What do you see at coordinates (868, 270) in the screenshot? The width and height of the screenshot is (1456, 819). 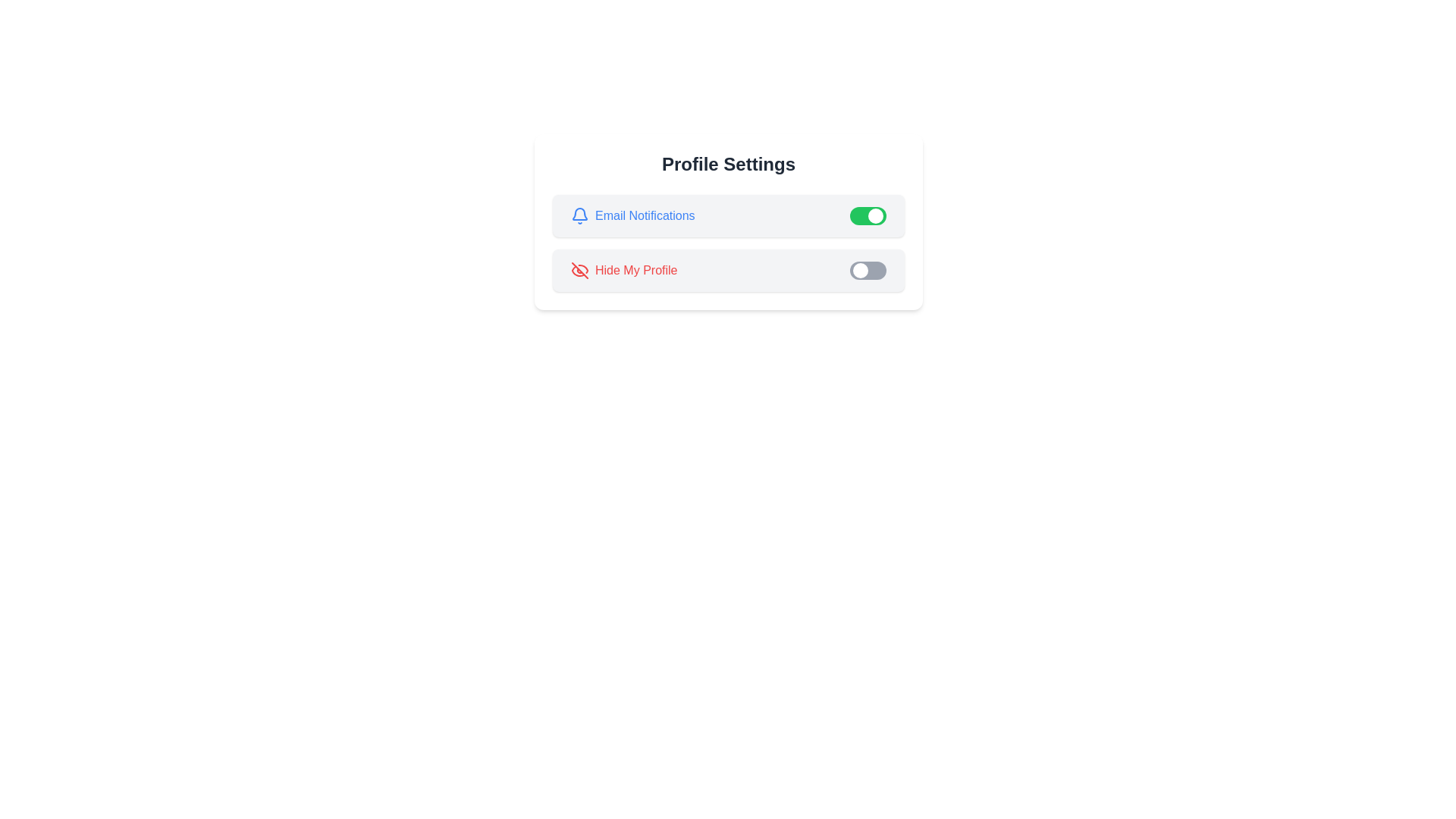 I see `the toggle switch in the 'Hide My Profile' section of the 'Profile Settings' panel` at bounding box center [868, 270].